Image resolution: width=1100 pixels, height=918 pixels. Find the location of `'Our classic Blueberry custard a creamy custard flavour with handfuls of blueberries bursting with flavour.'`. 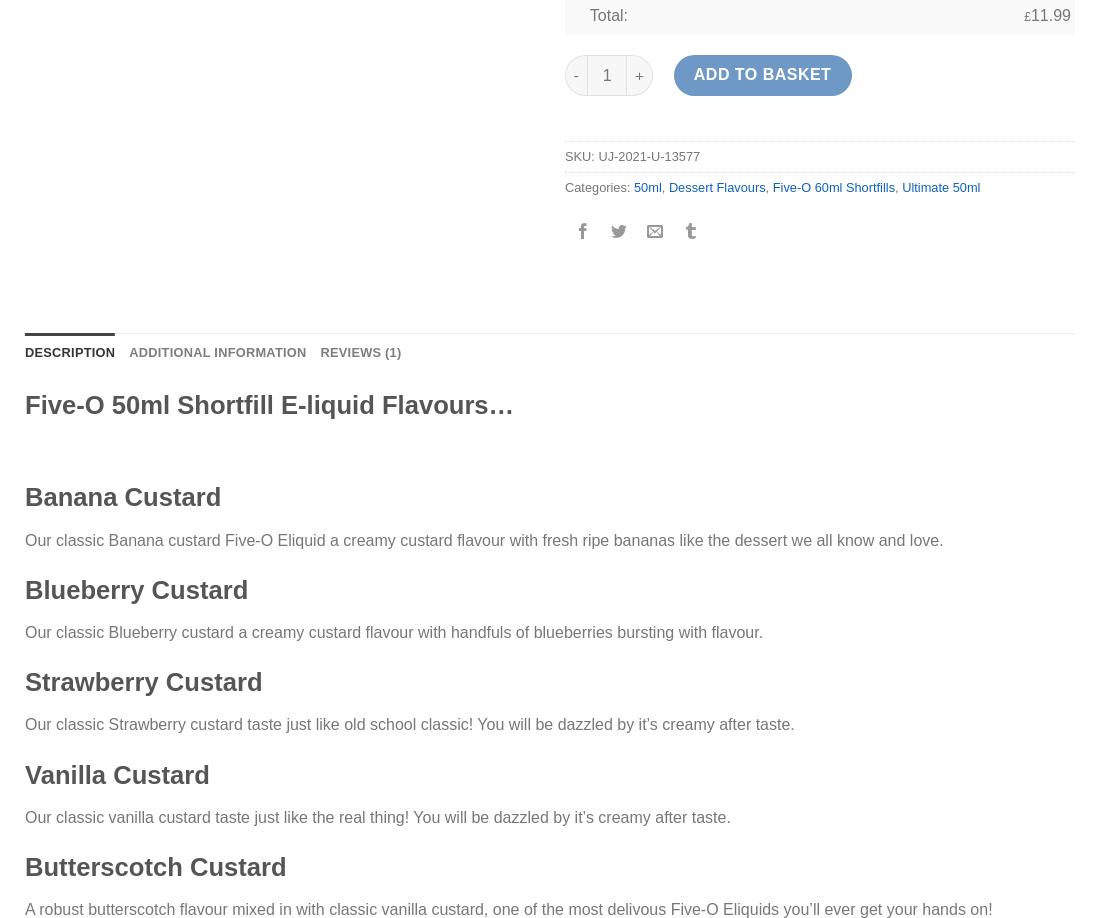

'Our classic Blueberry custard a creamy custard flavour with handfuls of blueberries bursting with flavour.' is located at coordinates (394, 631).